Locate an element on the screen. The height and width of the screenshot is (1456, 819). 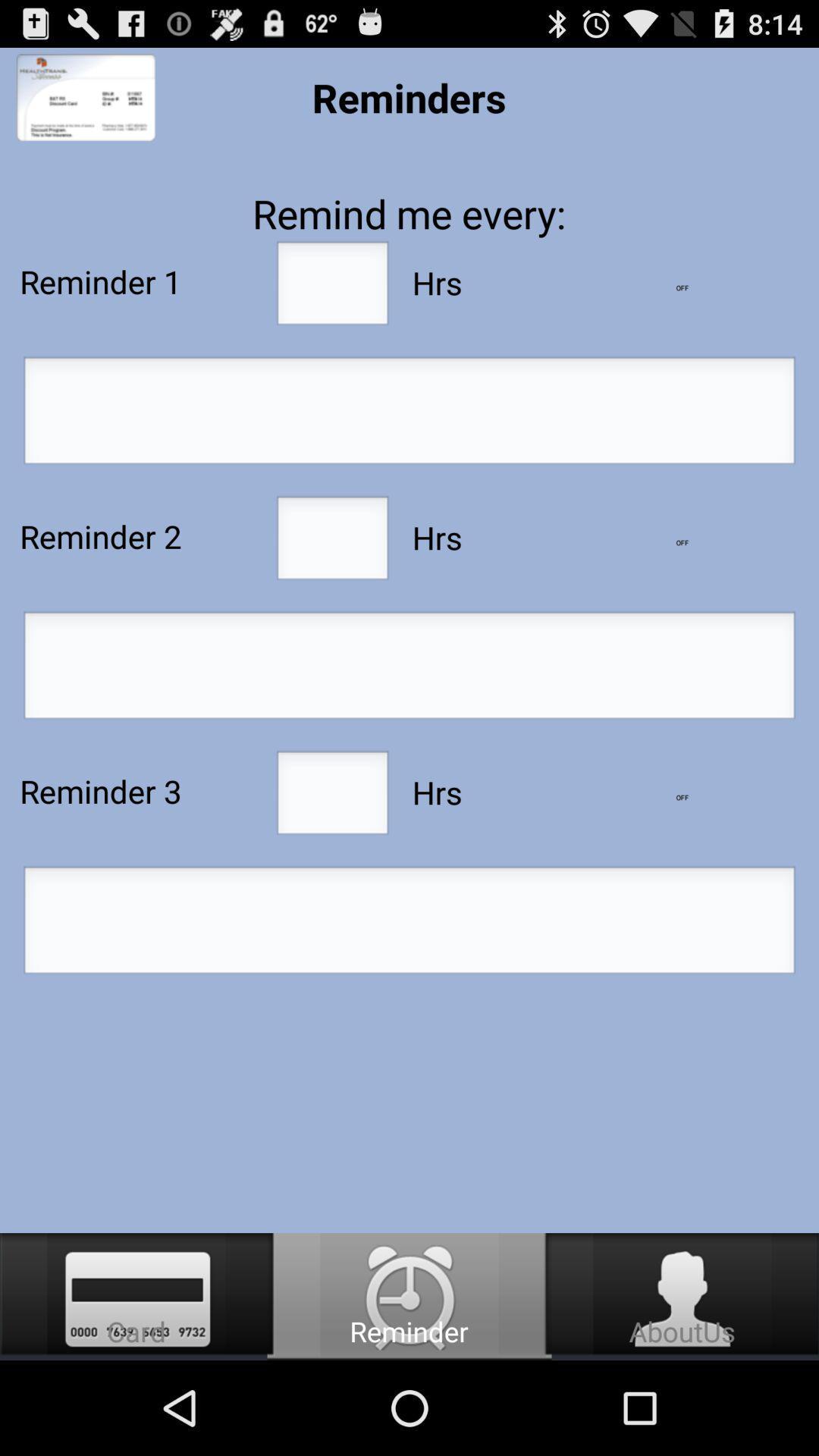
reminder 1 hour input field is located at coordinates (331, 287).